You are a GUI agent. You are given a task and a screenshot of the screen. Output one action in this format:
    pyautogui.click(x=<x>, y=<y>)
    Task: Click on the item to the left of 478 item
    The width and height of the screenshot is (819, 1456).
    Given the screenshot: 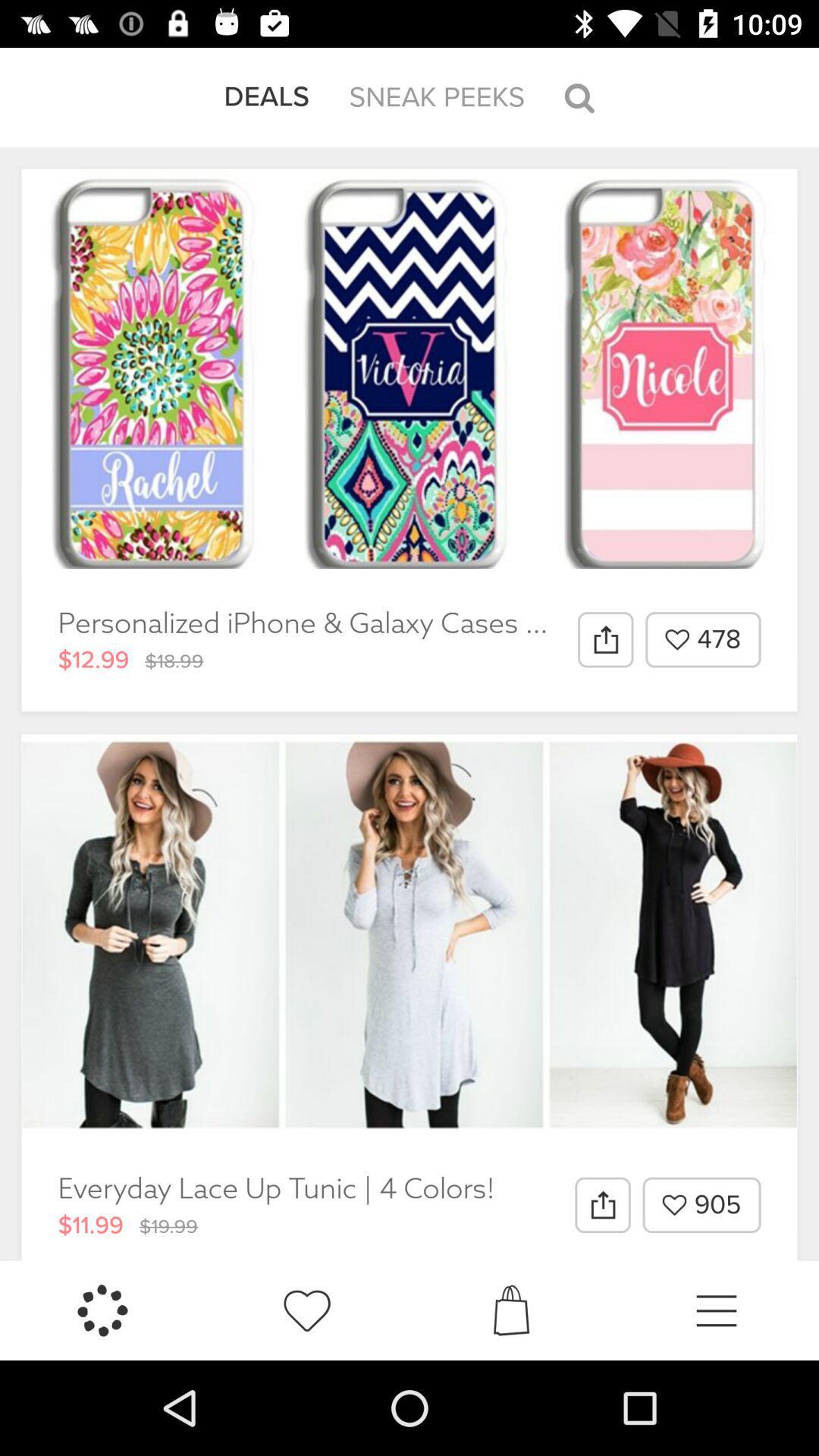 What is the action you would take?
    pyautogui.click(x=604, y=639)
    